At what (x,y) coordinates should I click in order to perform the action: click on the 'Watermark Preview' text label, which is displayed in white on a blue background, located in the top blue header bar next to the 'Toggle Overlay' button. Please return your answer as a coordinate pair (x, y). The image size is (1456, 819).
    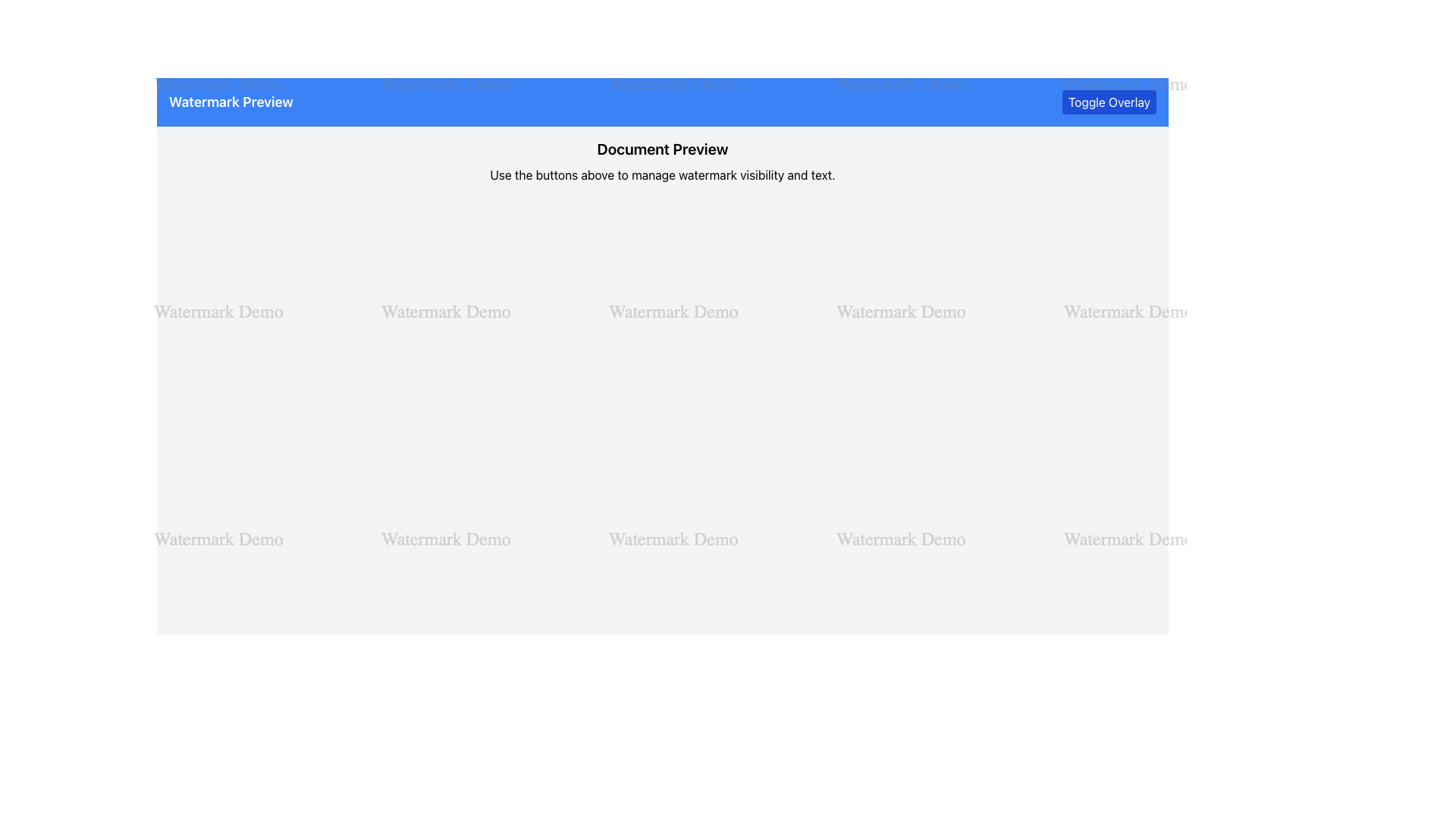
    Looking at the image, I should click on (230, 102).